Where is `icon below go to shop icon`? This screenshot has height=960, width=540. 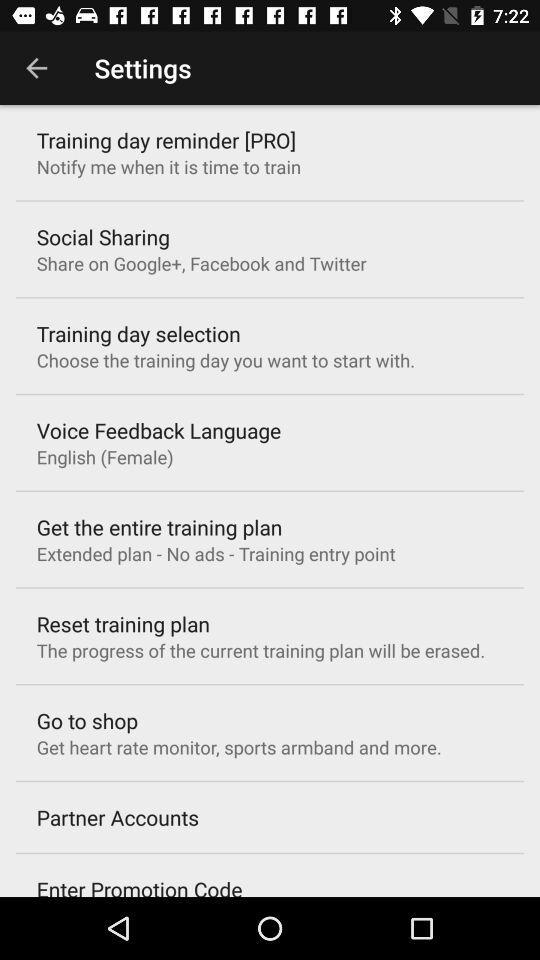
icon below go to shop icon is located at coordinates (239, 746).